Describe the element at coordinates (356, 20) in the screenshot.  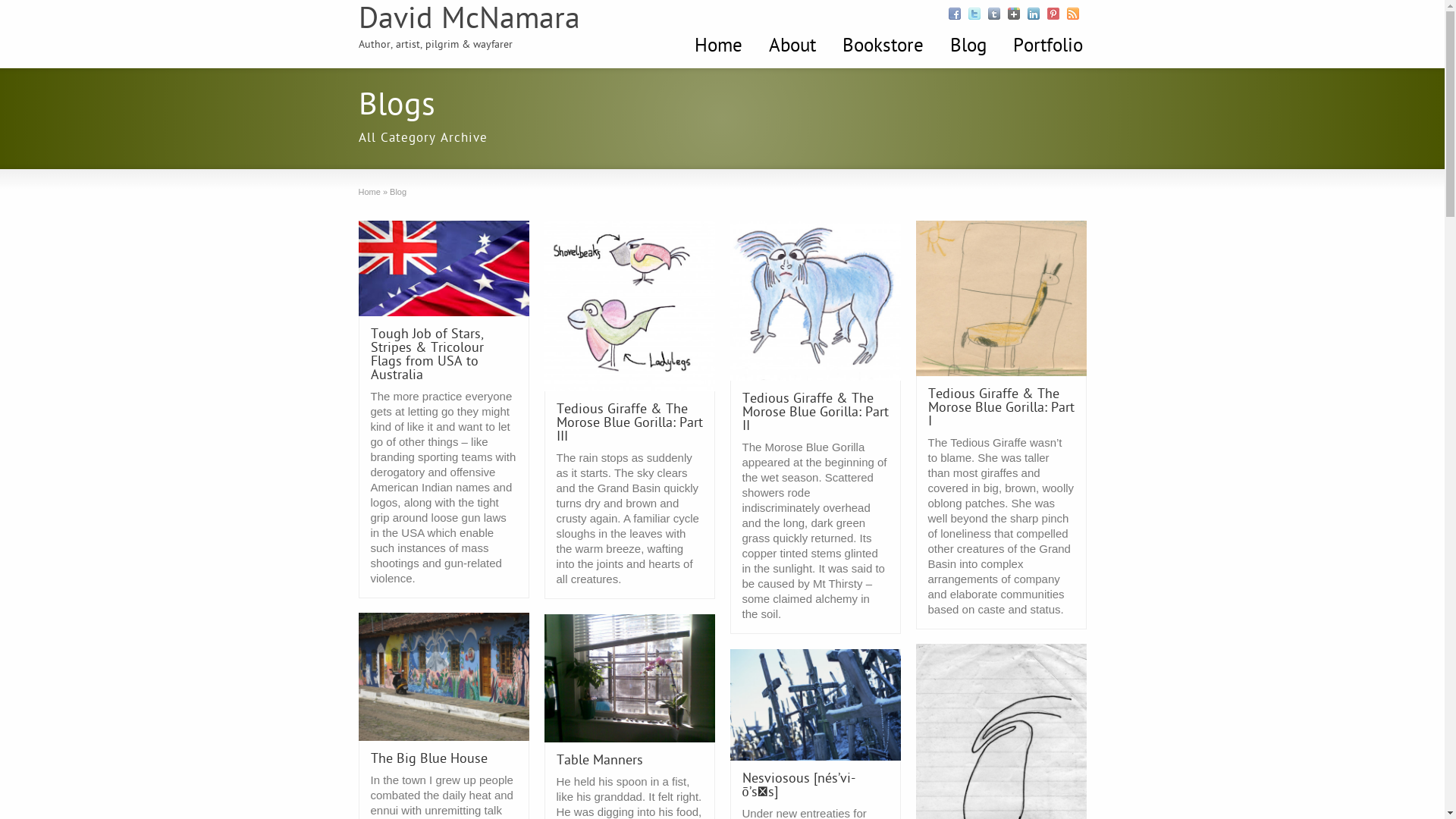
I see `'David McNamara'` at that location.